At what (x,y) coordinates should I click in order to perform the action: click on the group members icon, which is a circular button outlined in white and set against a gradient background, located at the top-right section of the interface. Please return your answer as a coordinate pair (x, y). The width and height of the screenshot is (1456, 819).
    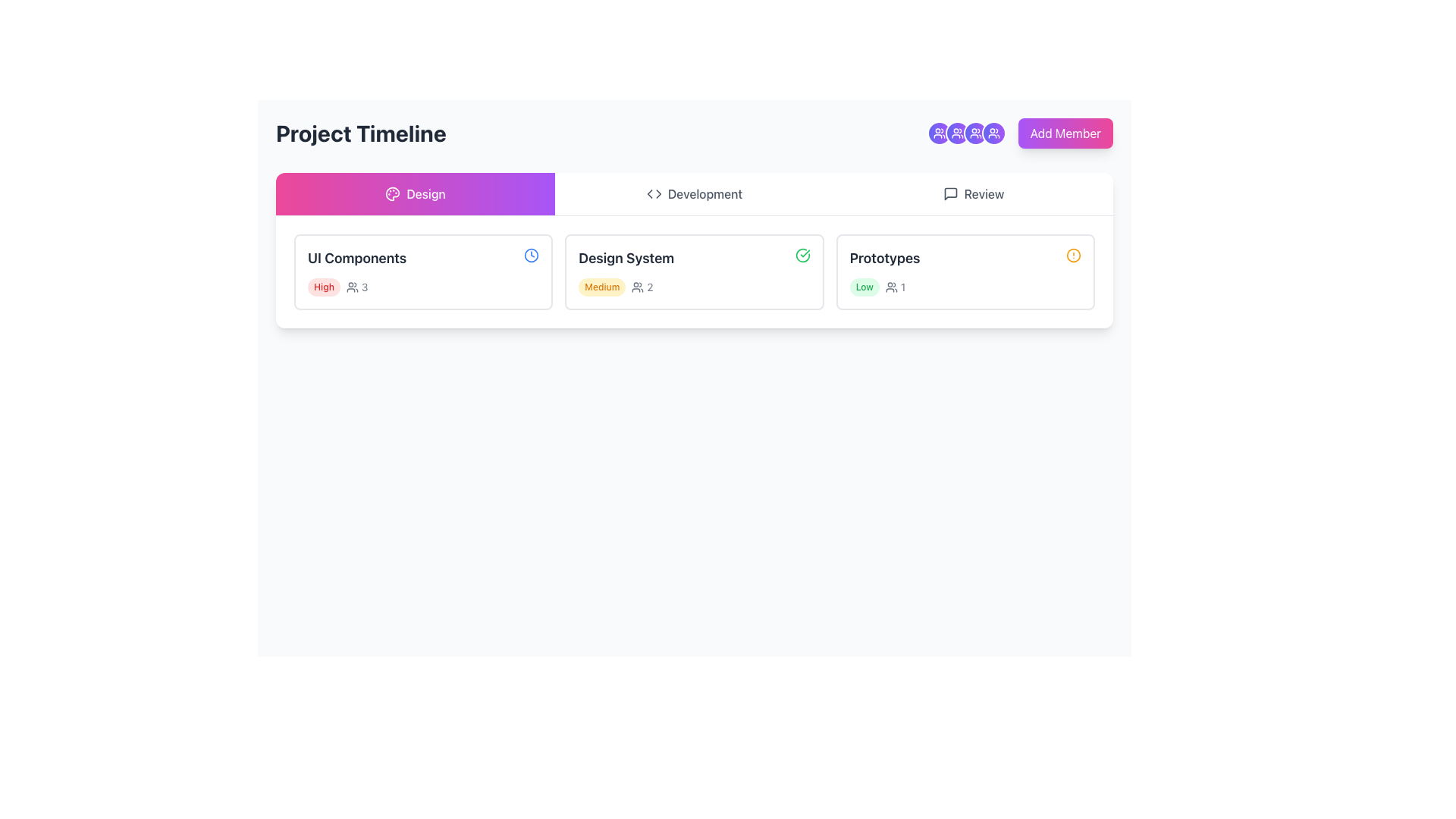
    Looking at the image, I should click on (975, 133).